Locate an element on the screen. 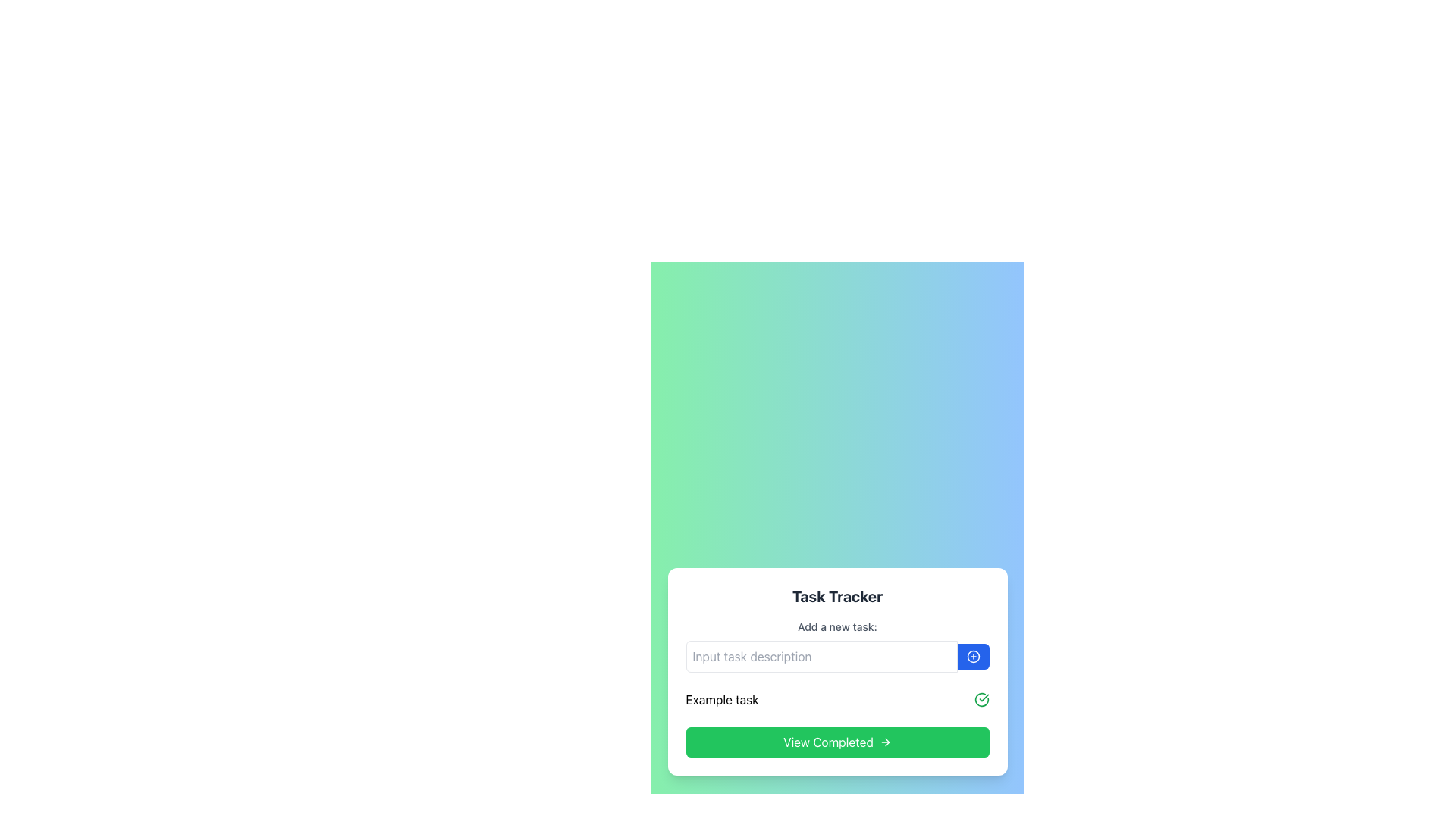  the right-pointing arrowhead graphic within the icon located under the 'View Completed' button is located at coordinates (887, 742).